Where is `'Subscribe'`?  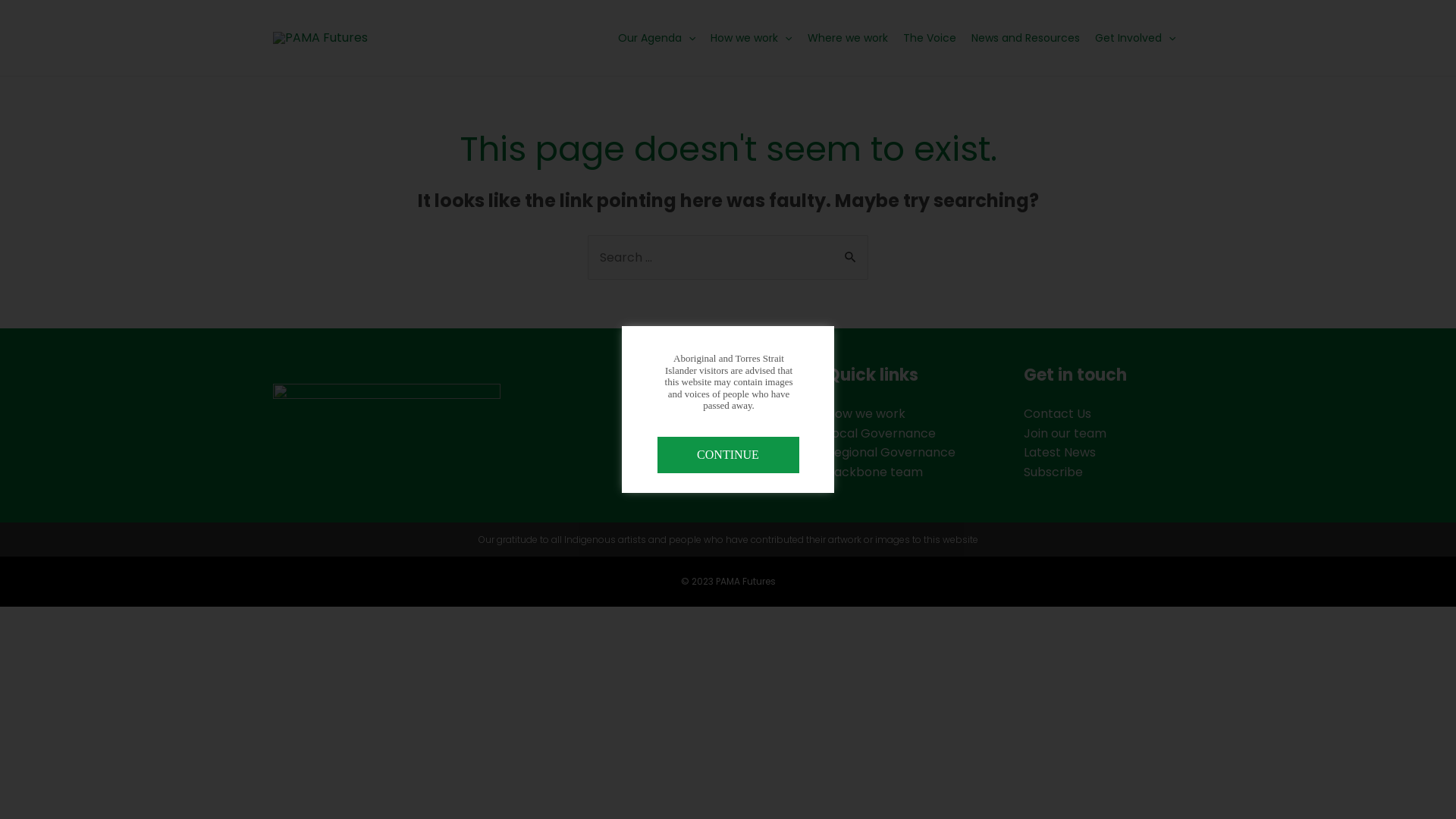
'Subscribe' is located at coordinates (1052, 471).